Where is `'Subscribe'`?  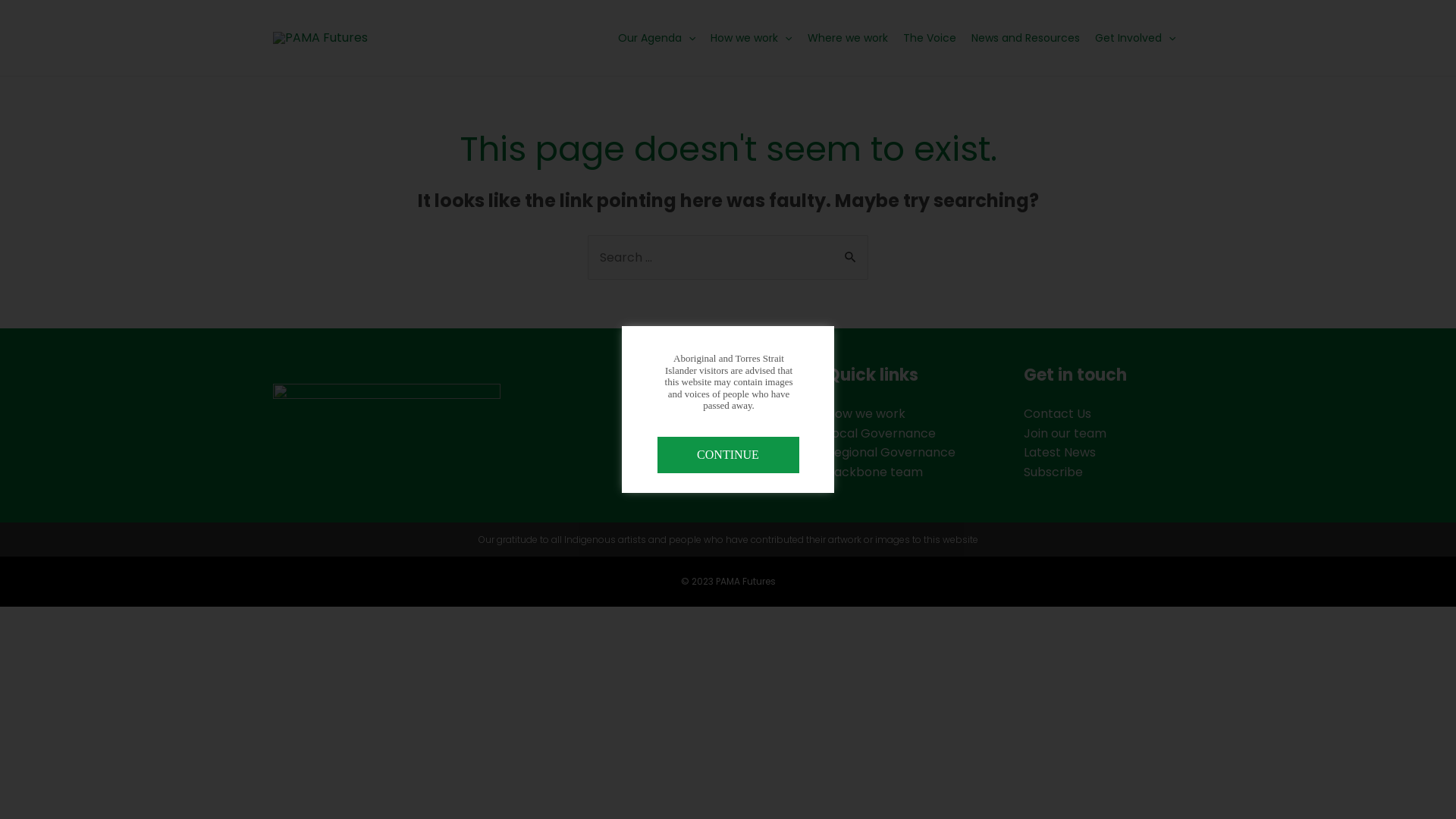
'Subscribe' is located at coordinates (1052, 471).